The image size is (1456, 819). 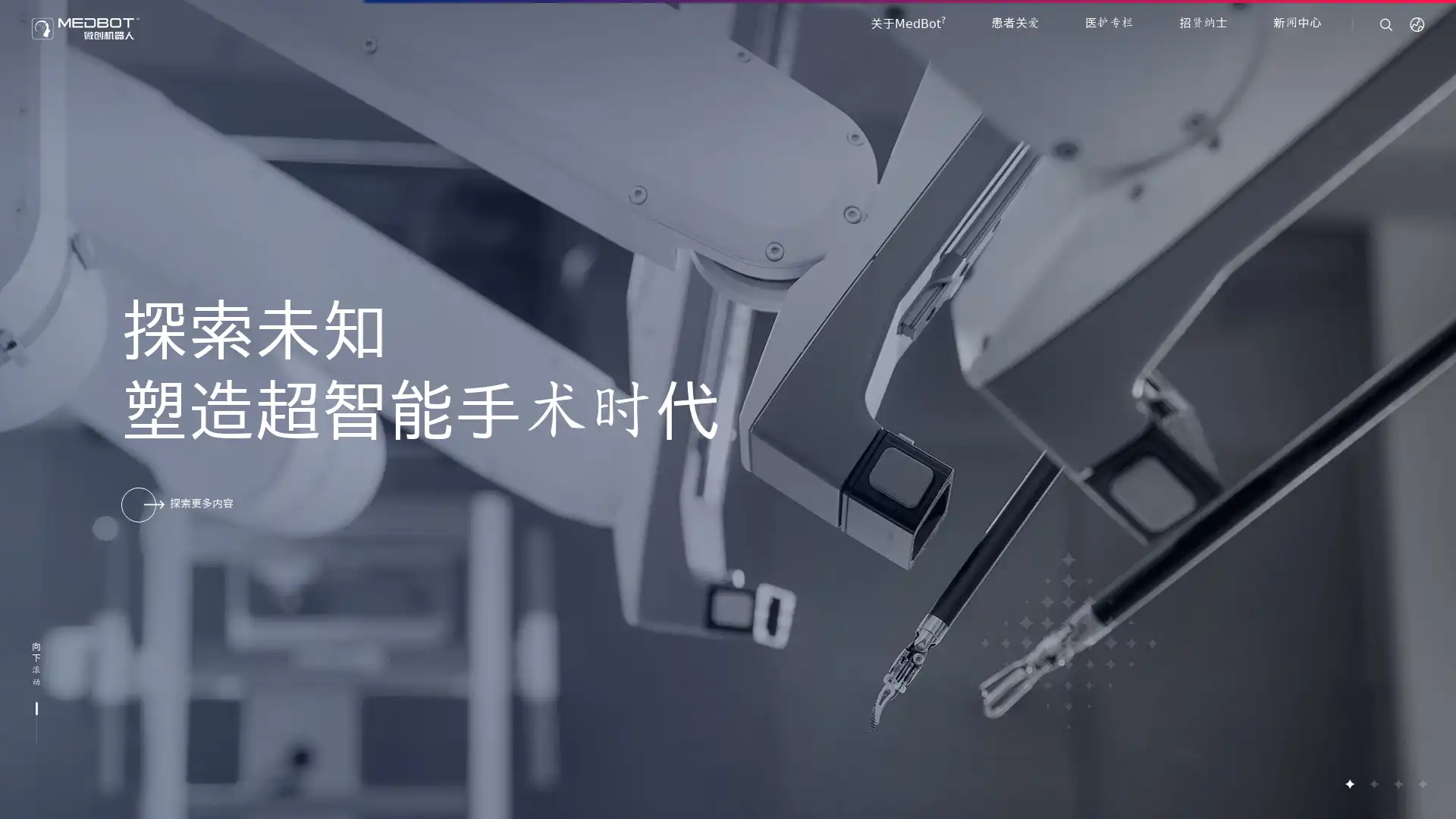 I want to click on Go to slide 2, so click(x=1373, y=783).